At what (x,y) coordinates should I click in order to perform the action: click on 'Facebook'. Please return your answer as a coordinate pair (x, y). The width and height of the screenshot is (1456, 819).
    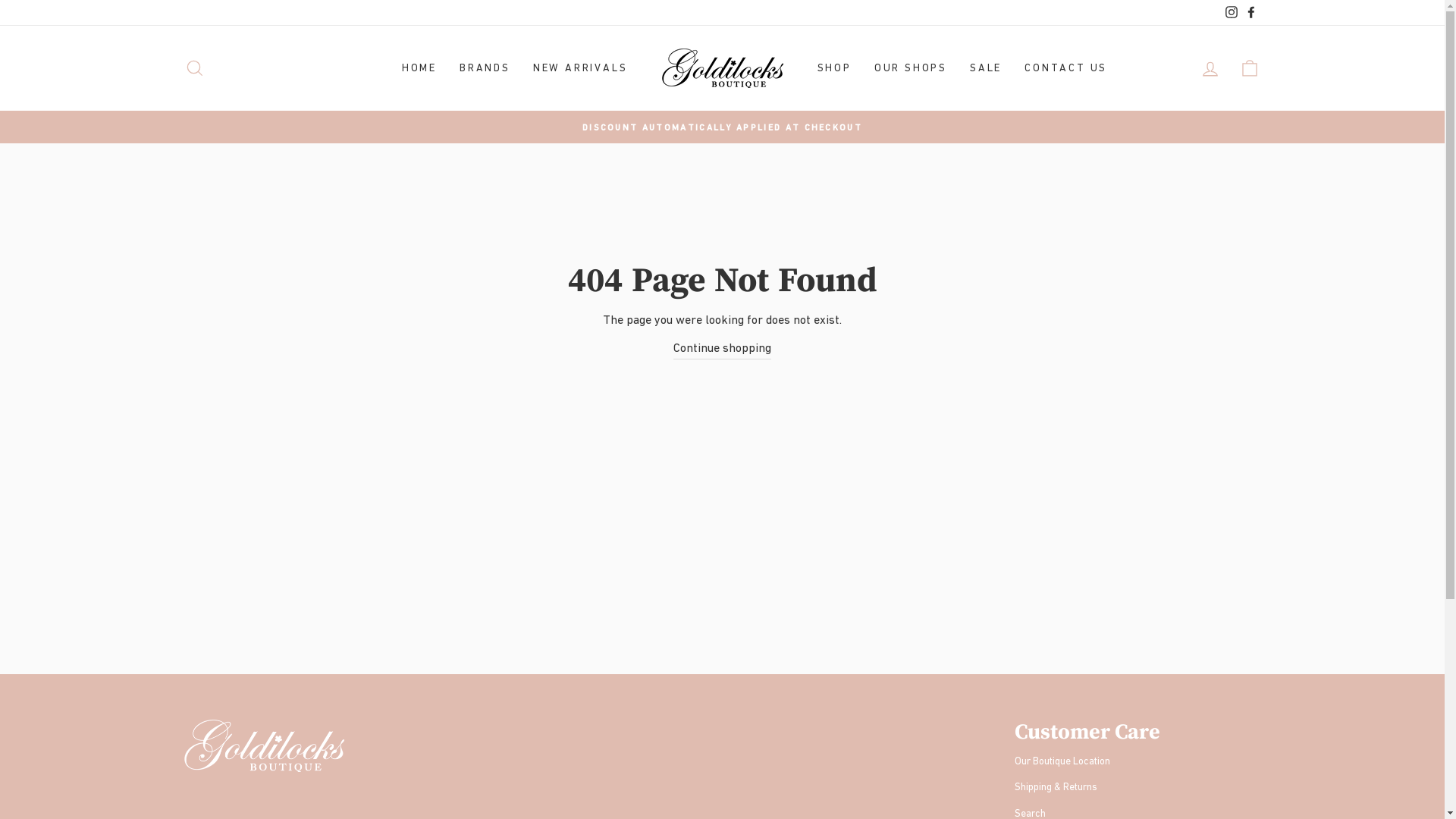
    Looking at the image, I should click on (1250, 12).